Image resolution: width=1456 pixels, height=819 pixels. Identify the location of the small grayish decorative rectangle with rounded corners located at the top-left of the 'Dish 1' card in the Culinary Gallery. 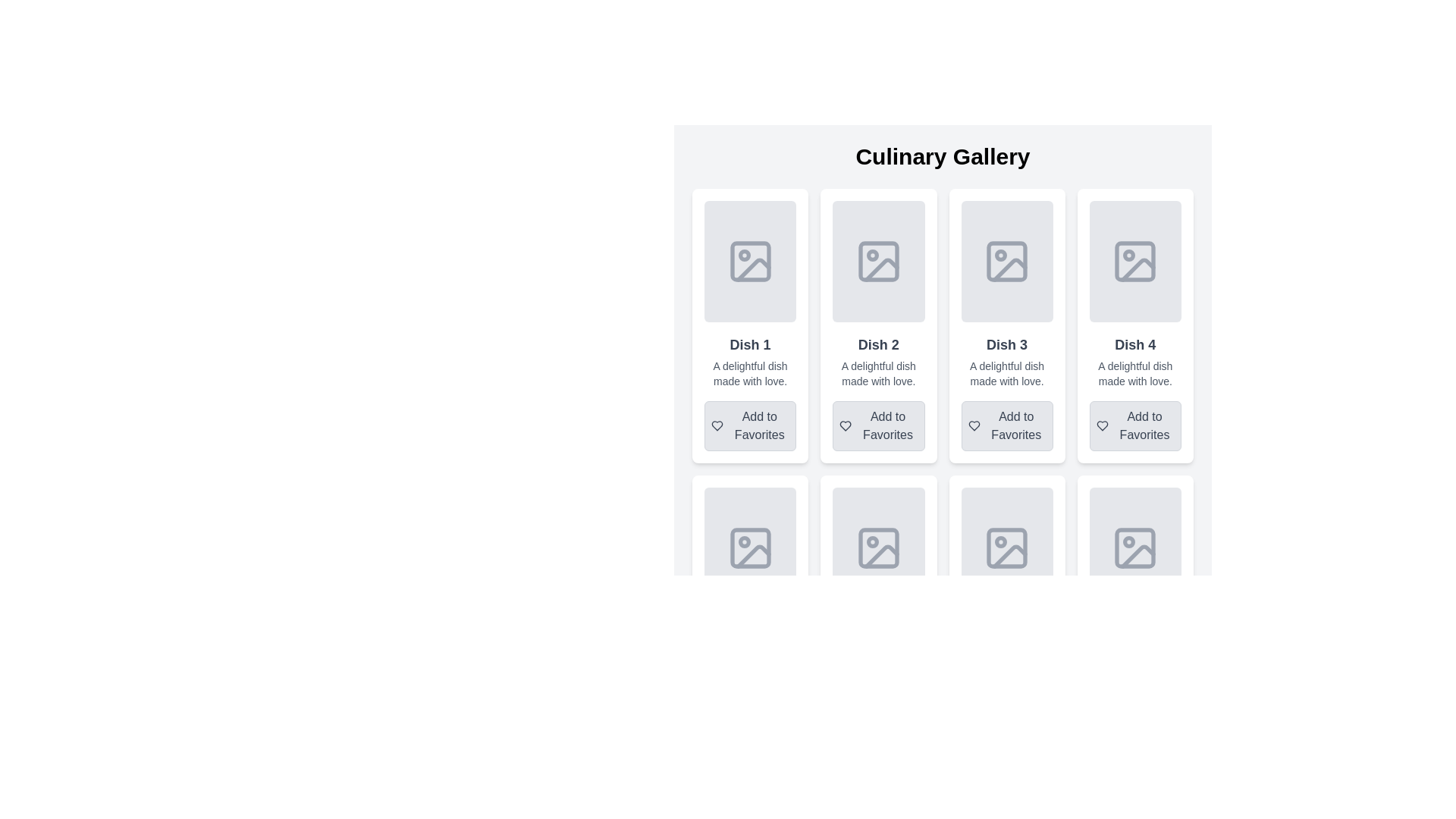
(750, 260).